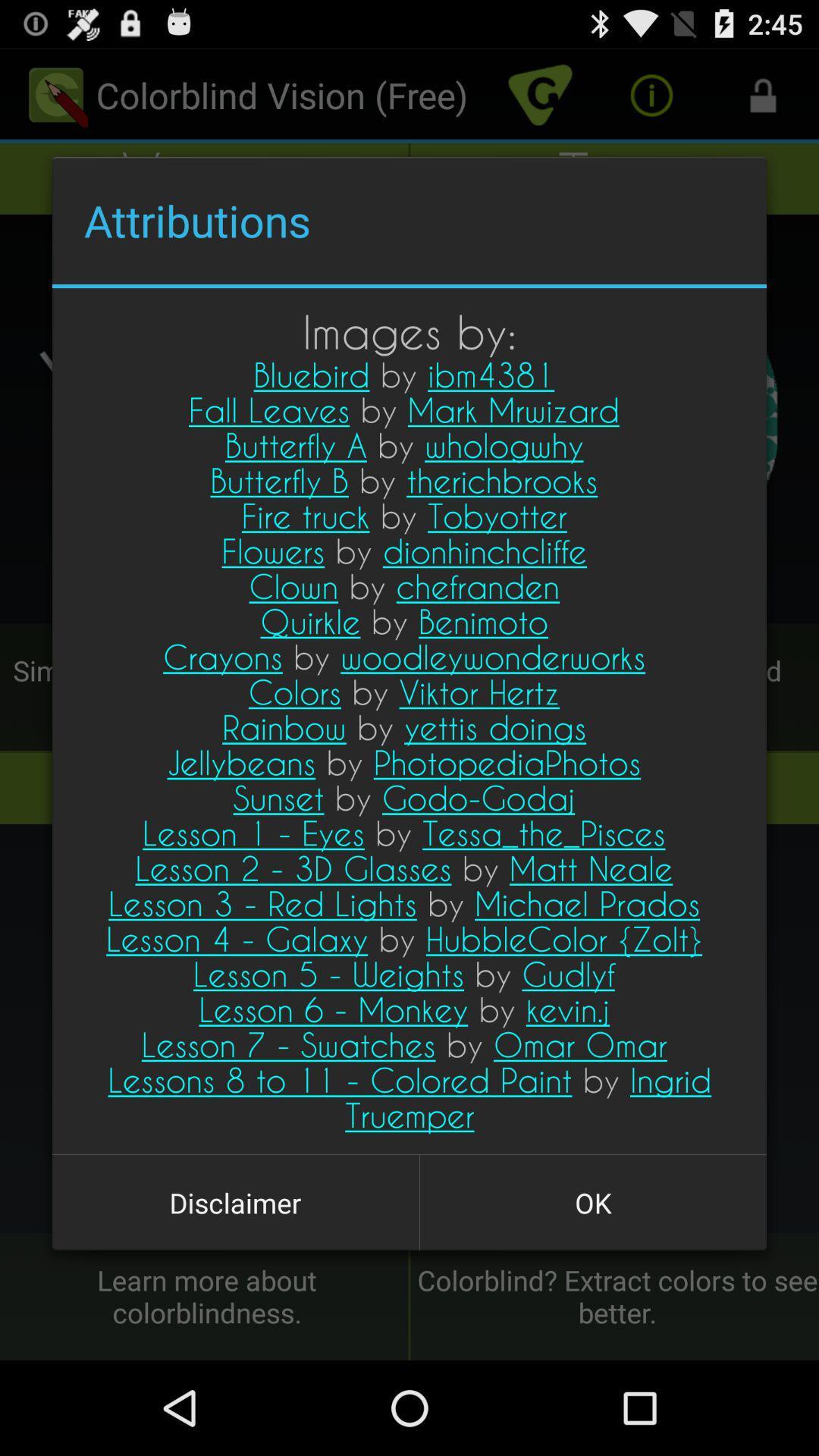  I want to click on disclaimer item, so click(235, 1202).